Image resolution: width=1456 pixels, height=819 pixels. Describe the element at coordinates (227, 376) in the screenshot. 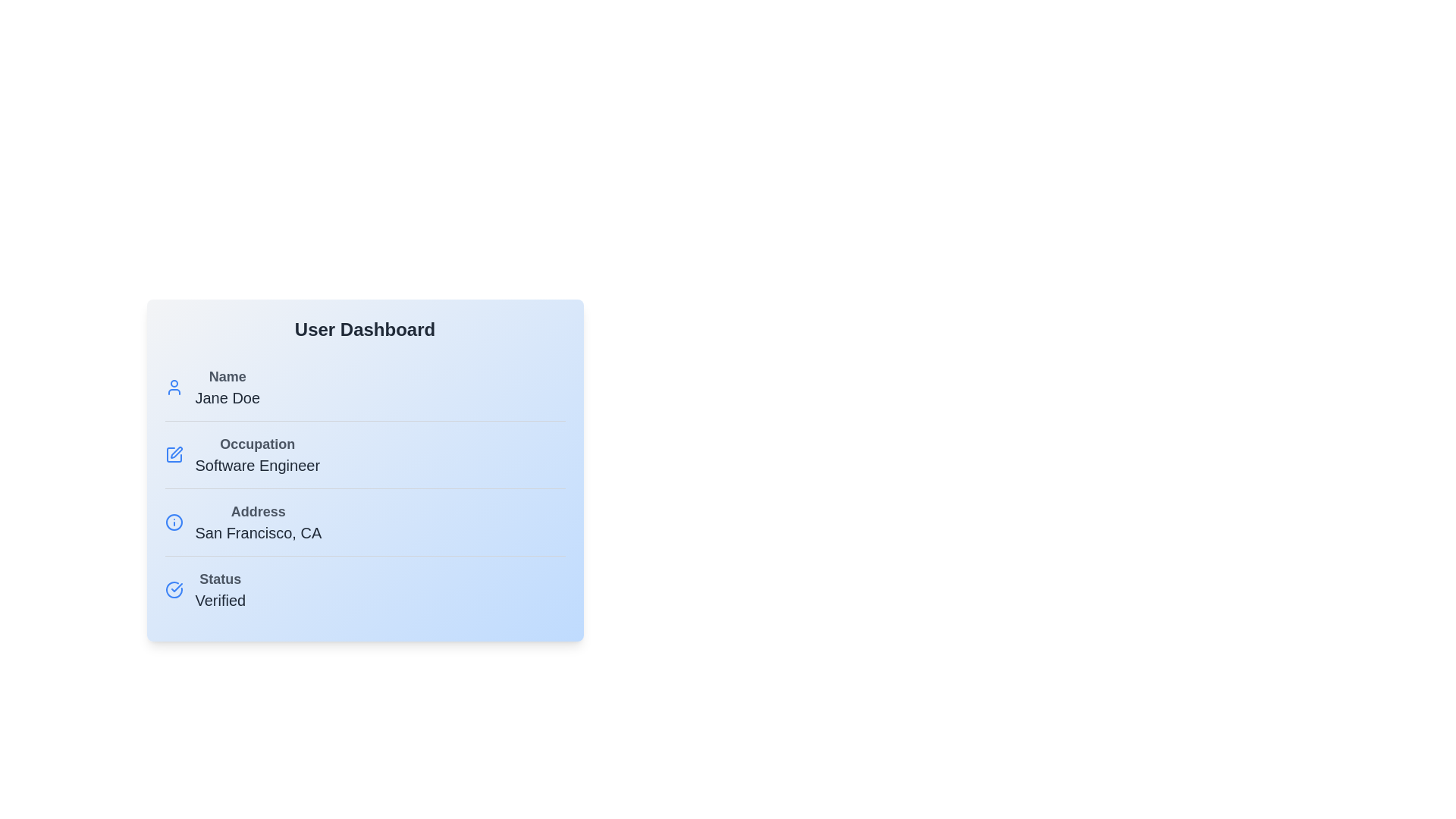

I see `the 'Name' label, which is styled in gray, bold, and larger font, located above the text 'Jane Doe' in the user details section` at that location.